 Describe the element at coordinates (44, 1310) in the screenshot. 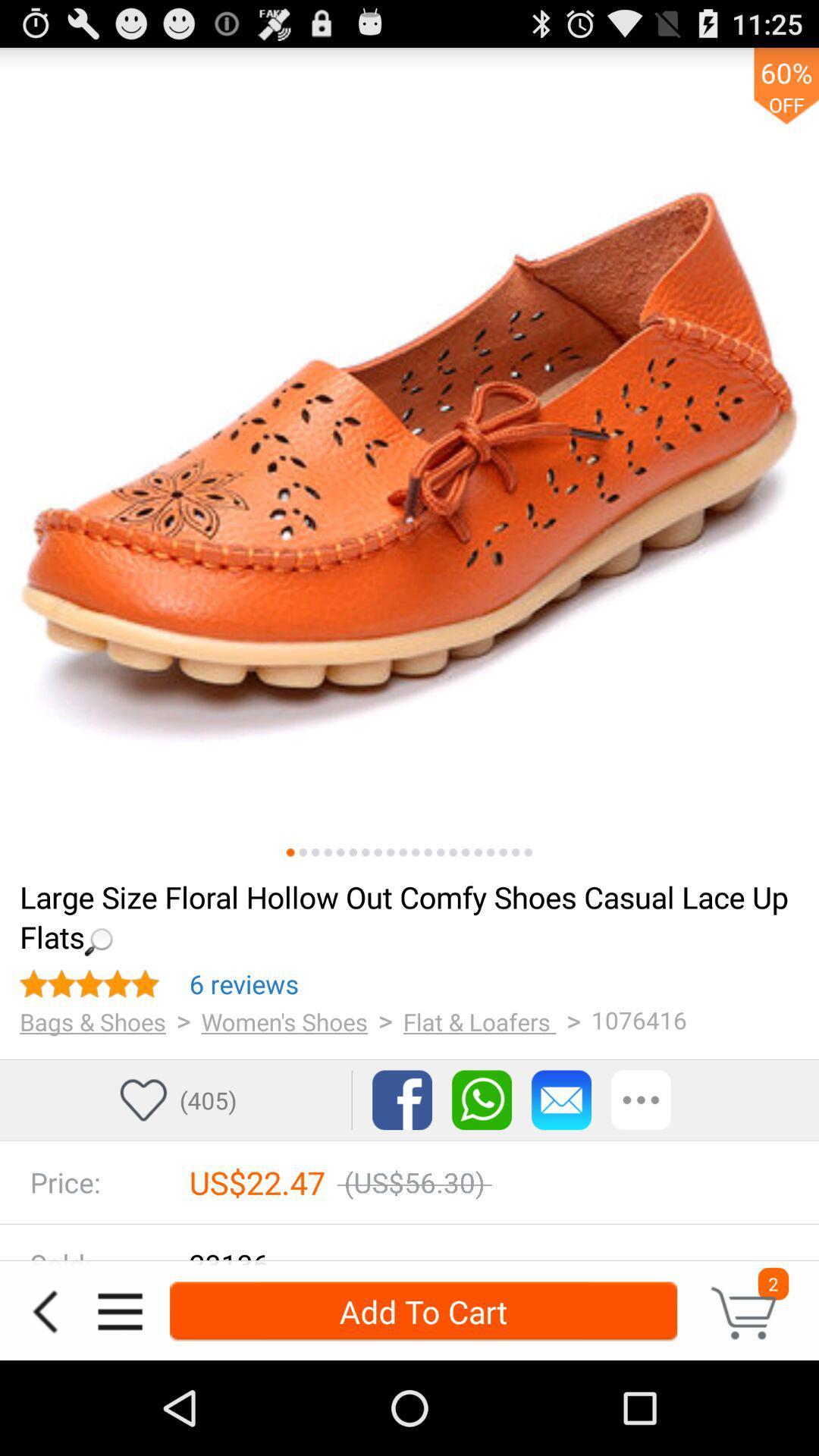

I see `previous` at that location.